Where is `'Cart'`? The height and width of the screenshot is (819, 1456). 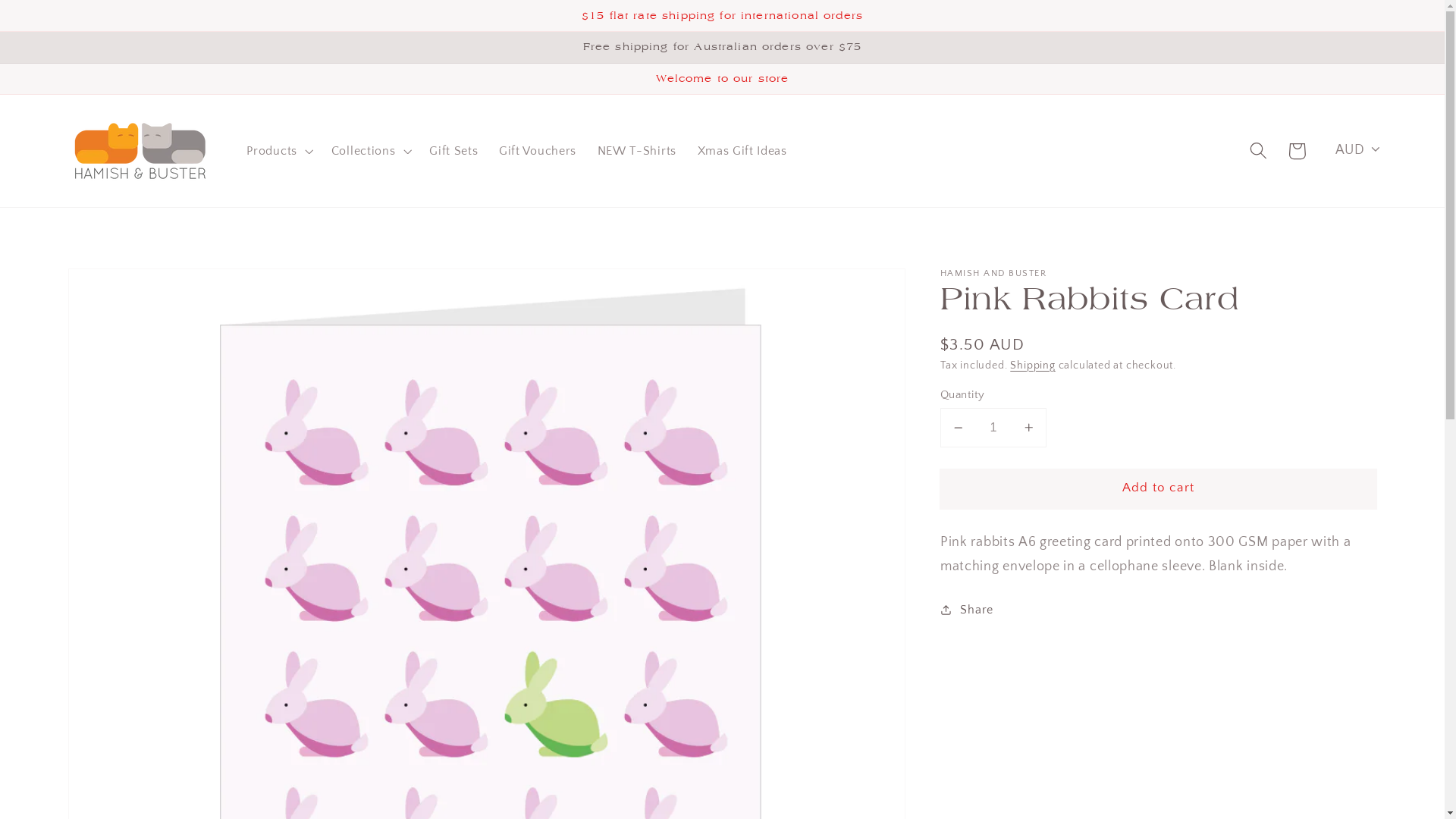
'Cart' is located at coordinates (1276, 151).